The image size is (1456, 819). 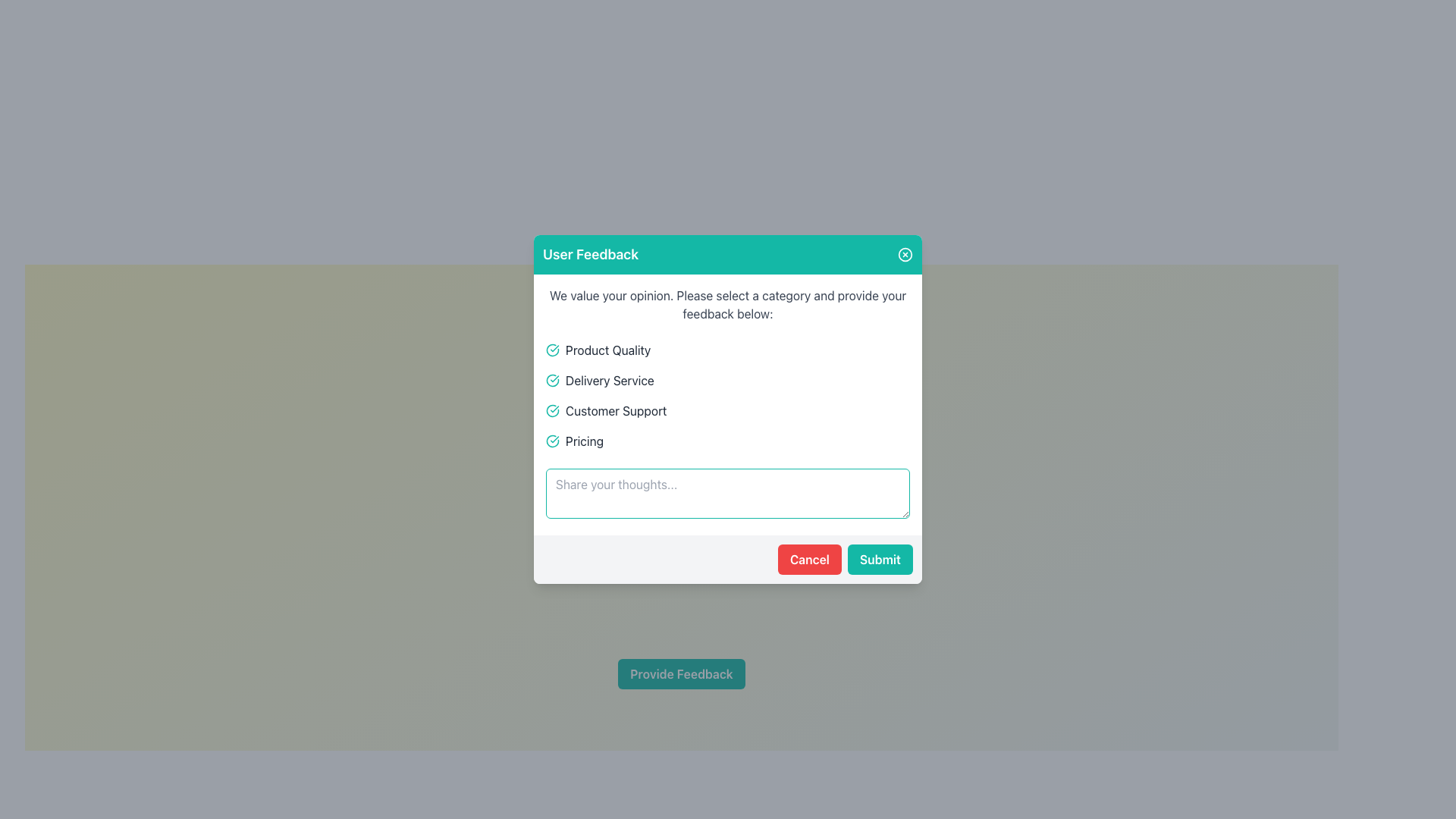 What do you see at coordinates (880, 559) in the screenshot?
I see `the 'Submit' button with teal background and white text` at bounding box center [880, 559].